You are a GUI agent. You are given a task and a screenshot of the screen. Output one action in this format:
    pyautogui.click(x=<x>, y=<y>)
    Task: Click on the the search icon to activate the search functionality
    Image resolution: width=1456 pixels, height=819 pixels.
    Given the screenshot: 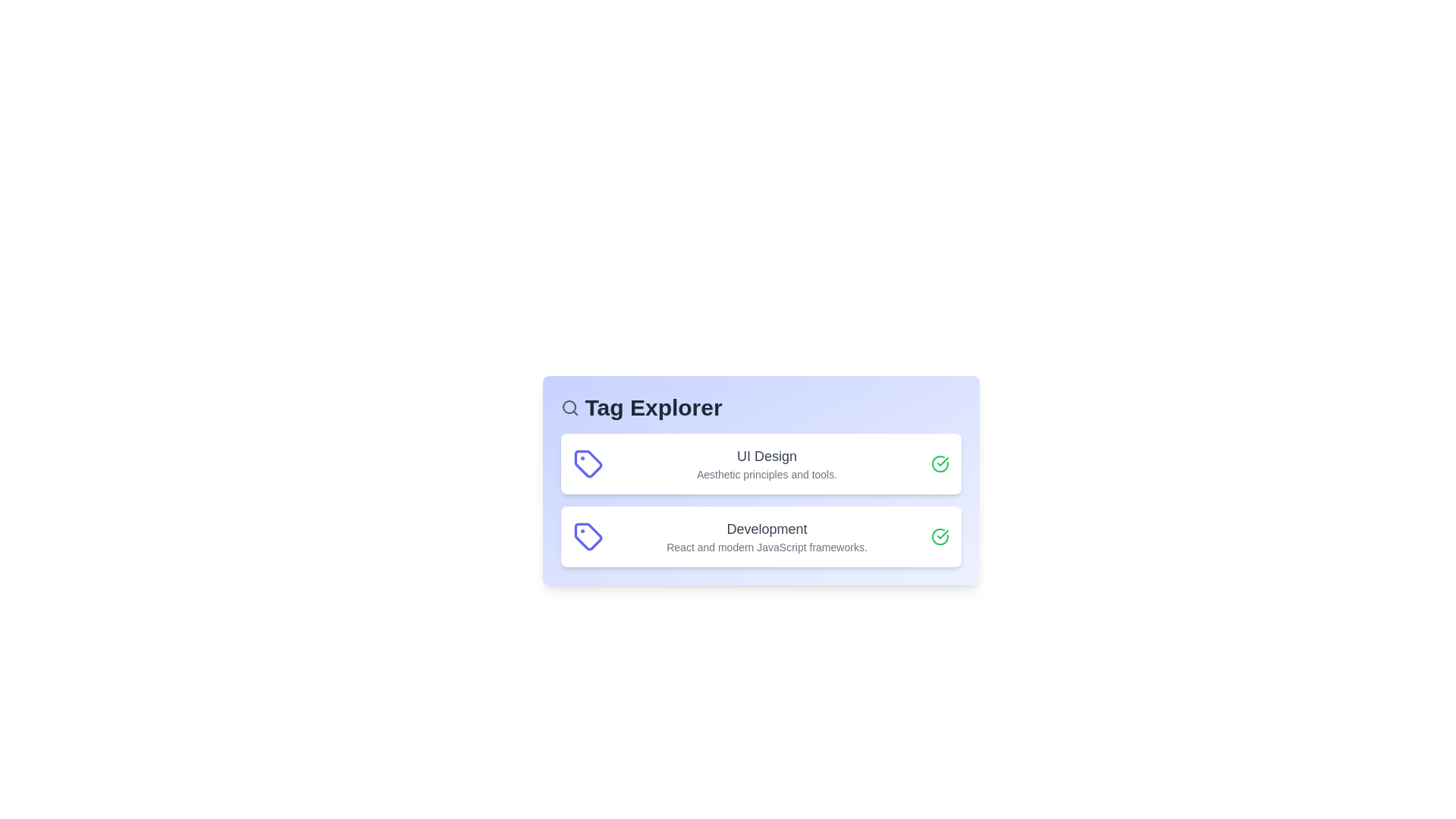 What is the action you would take?
    pyautogui.click(x=569, y=406)
    